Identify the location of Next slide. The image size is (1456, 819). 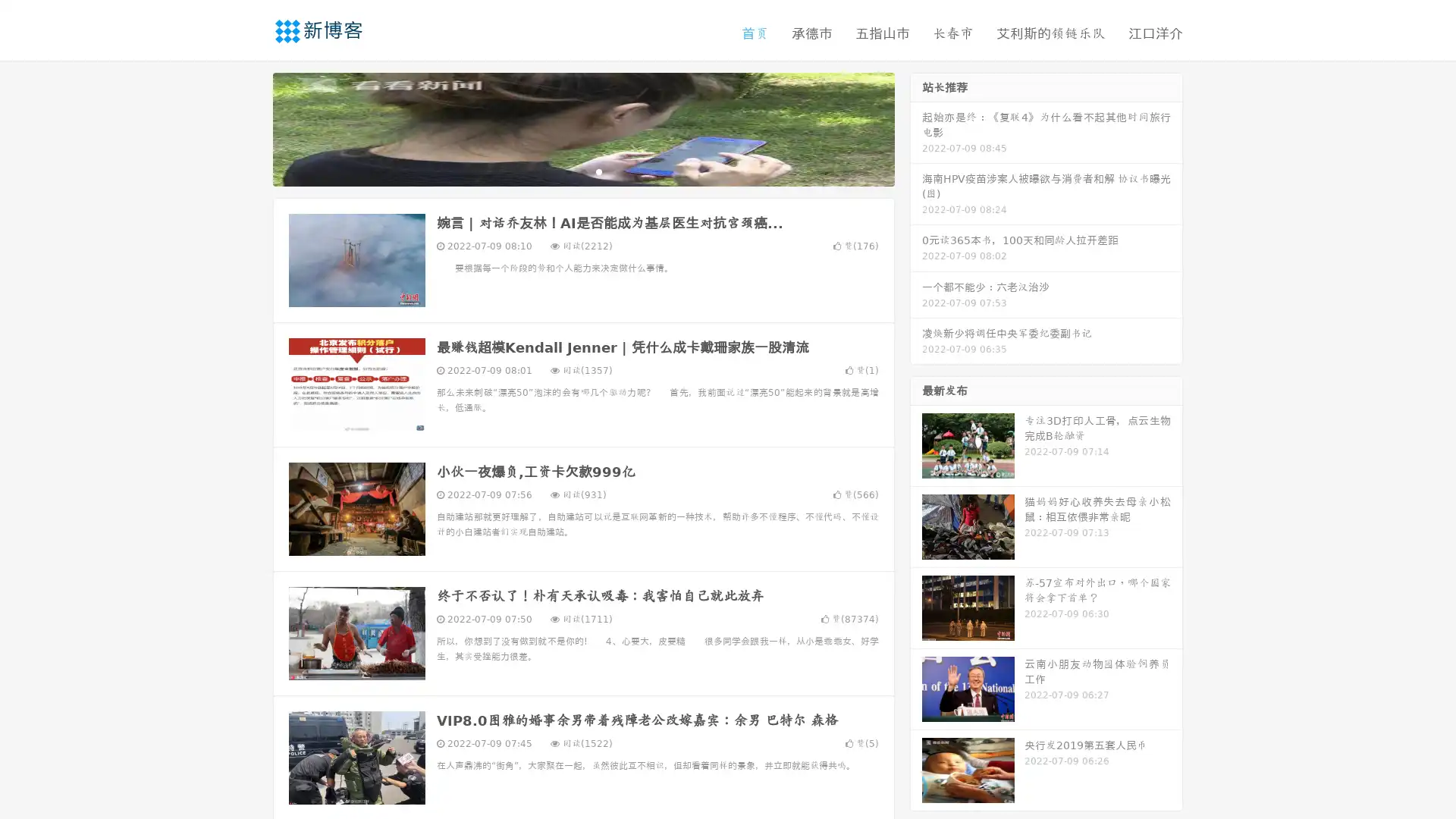
(916, 127).